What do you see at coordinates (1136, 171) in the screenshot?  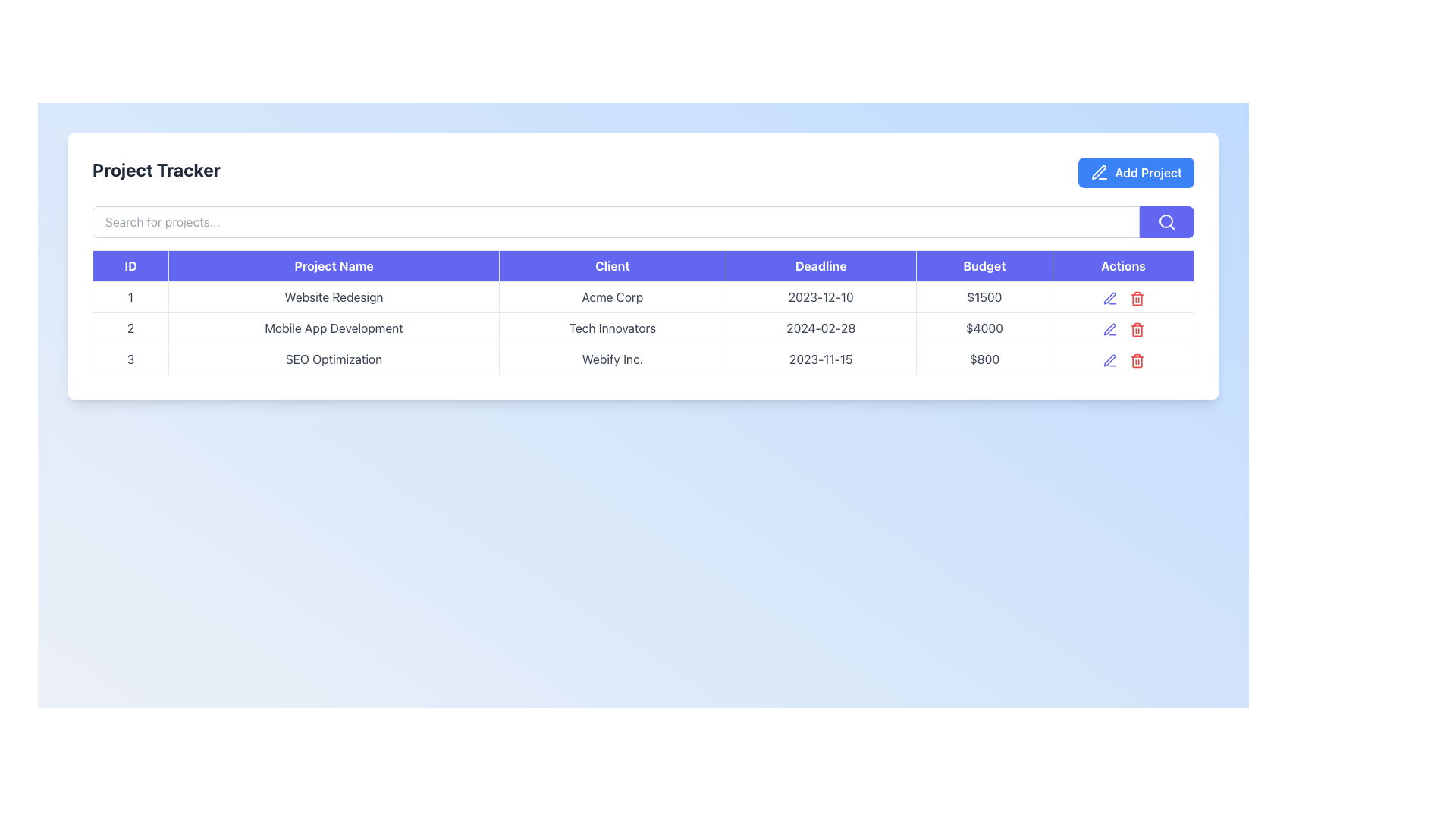 I see `the button for adding new projects located in the top-right corner of the 'Project Tracker' layout to change its color` at bounding box center [1136, 171].